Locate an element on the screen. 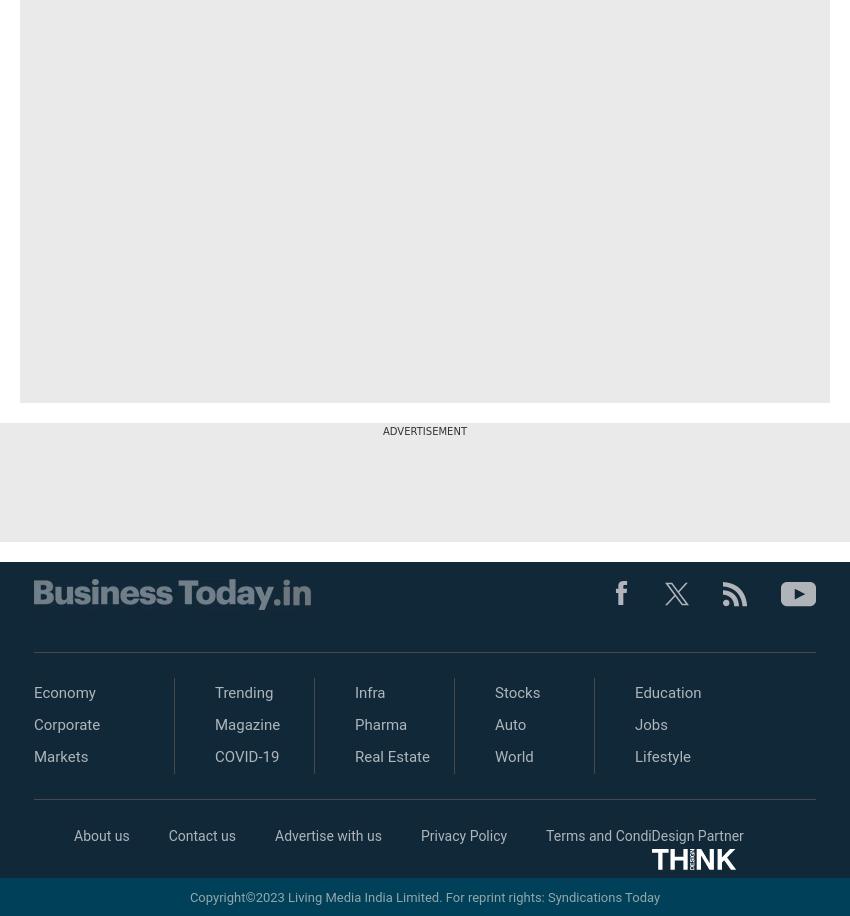 This screenshot has width=850, height=916. 'Jobs' is located at coordinates (651, 725).